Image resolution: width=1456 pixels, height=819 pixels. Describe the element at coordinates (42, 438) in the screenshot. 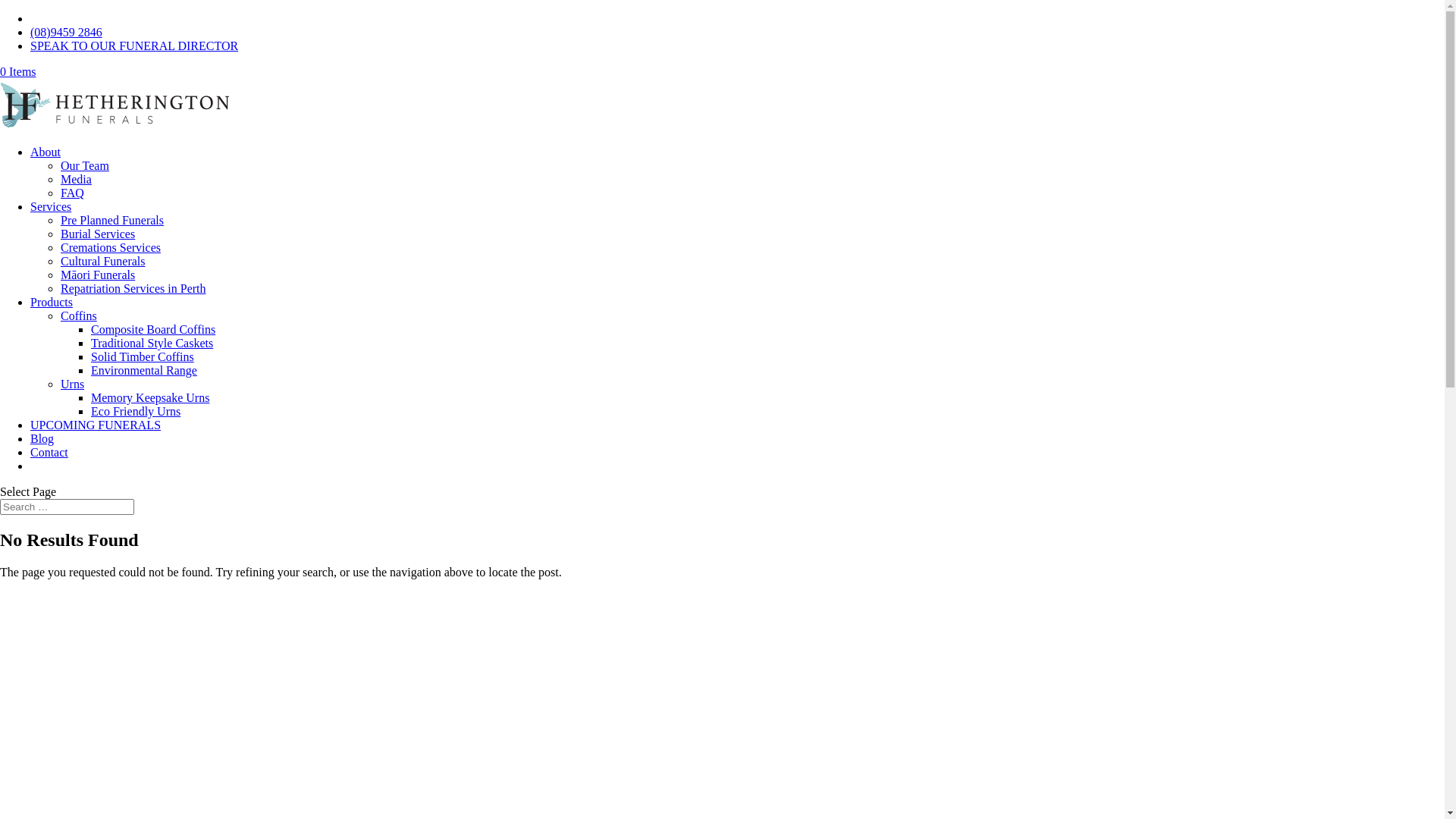

I see `'Blog'` at that location.